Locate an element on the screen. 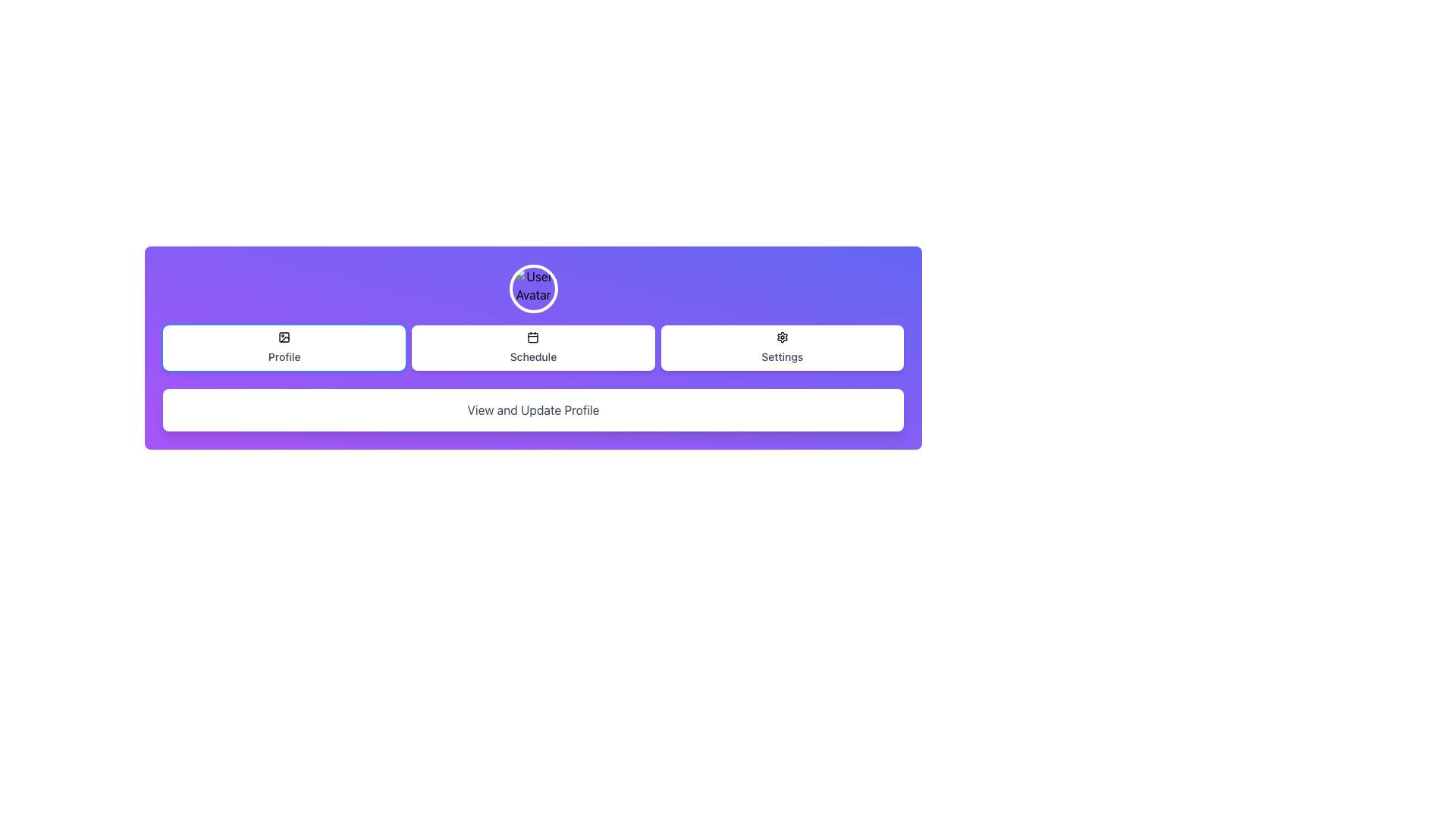 Image resolution: width=1456 pixels, height=819 pixels. the 'Settings' button, which is a rectangular button with a white background, rounded corners, and a gear icon above the text, located on the rightmost side of a row of buttons is located at coordinates (782, 348).